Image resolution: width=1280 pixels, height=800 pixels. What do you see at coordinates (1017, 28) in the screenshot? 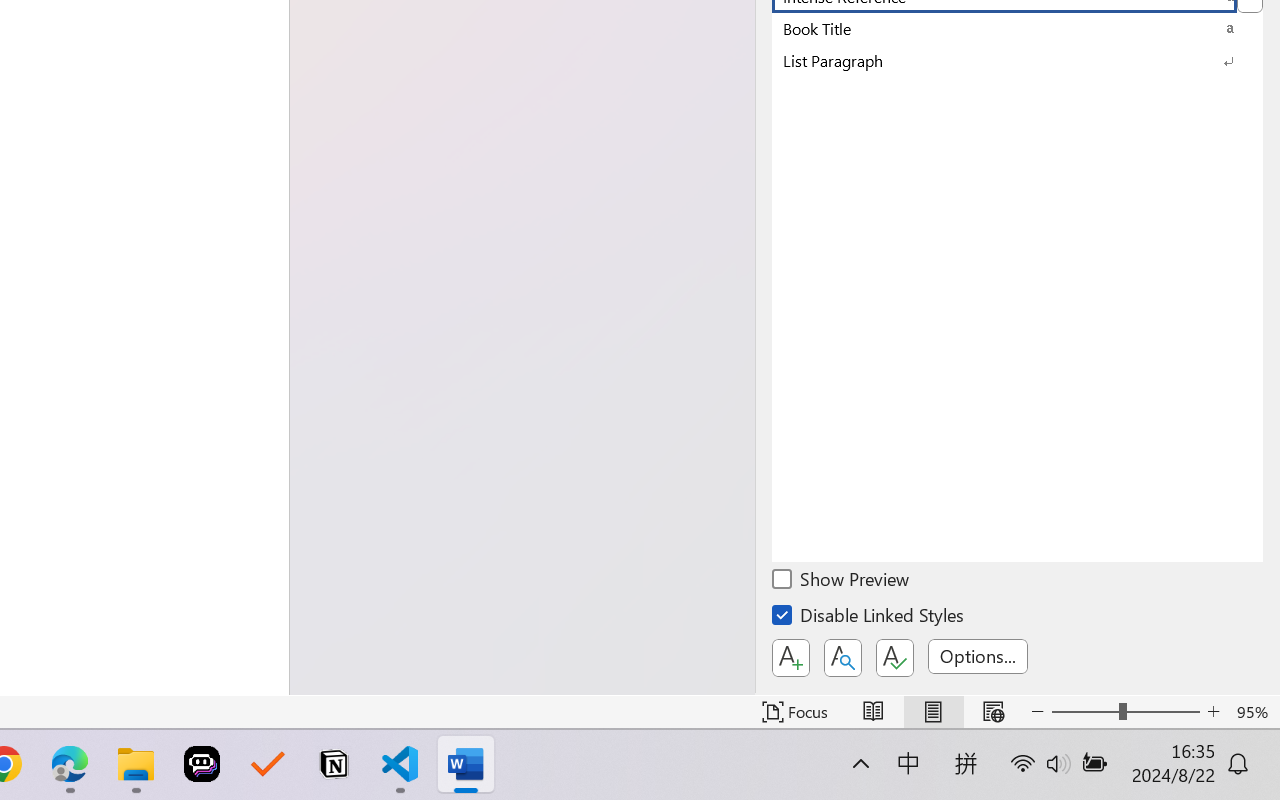
I see `'Book Title'` at bounding box center [1017, 28].